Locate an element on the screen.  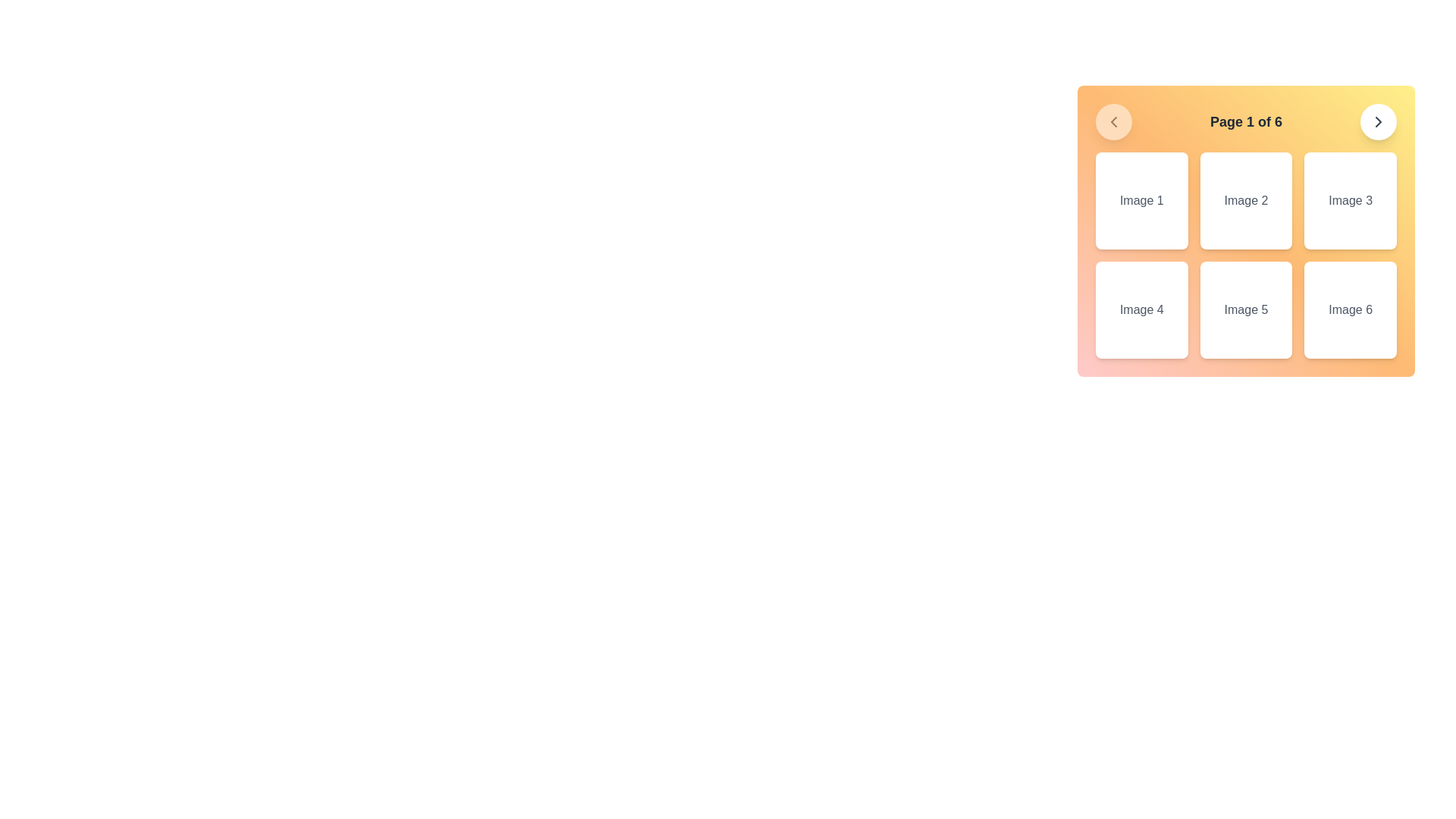
the second image block in the grid layout, which is the grid item displaying 'Image 2' is located at coordinates (1246, 231).